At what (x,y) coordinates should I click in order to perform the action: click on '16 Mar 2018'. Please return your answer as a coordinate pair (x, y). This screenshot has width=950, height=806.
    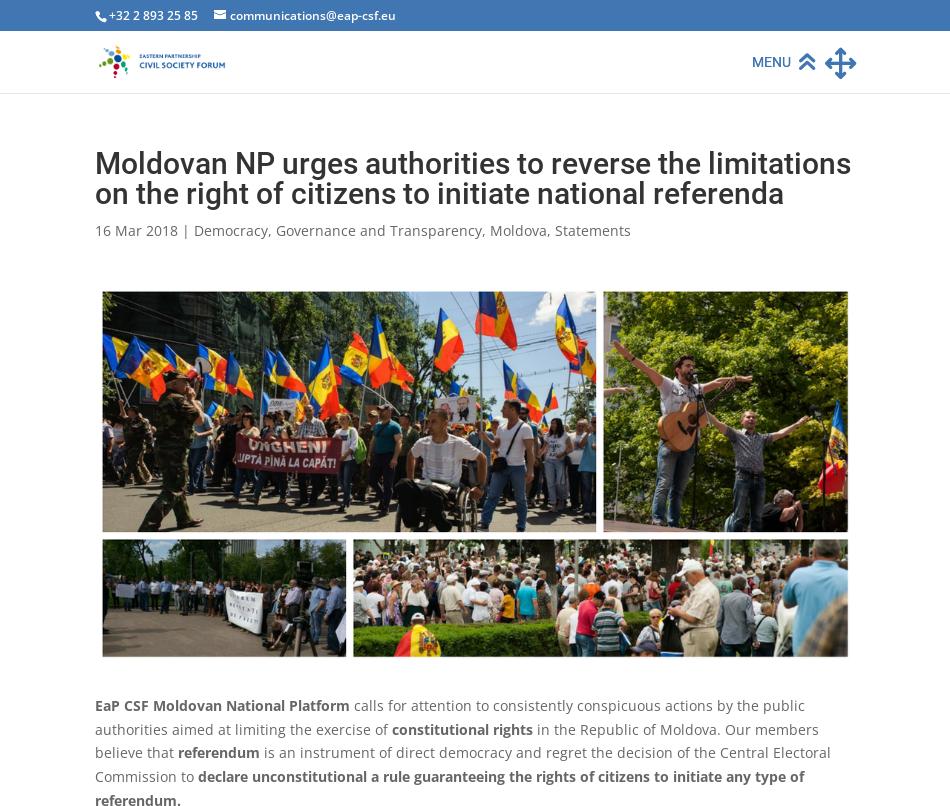
    Looking at the image, I should click on (95, 229).